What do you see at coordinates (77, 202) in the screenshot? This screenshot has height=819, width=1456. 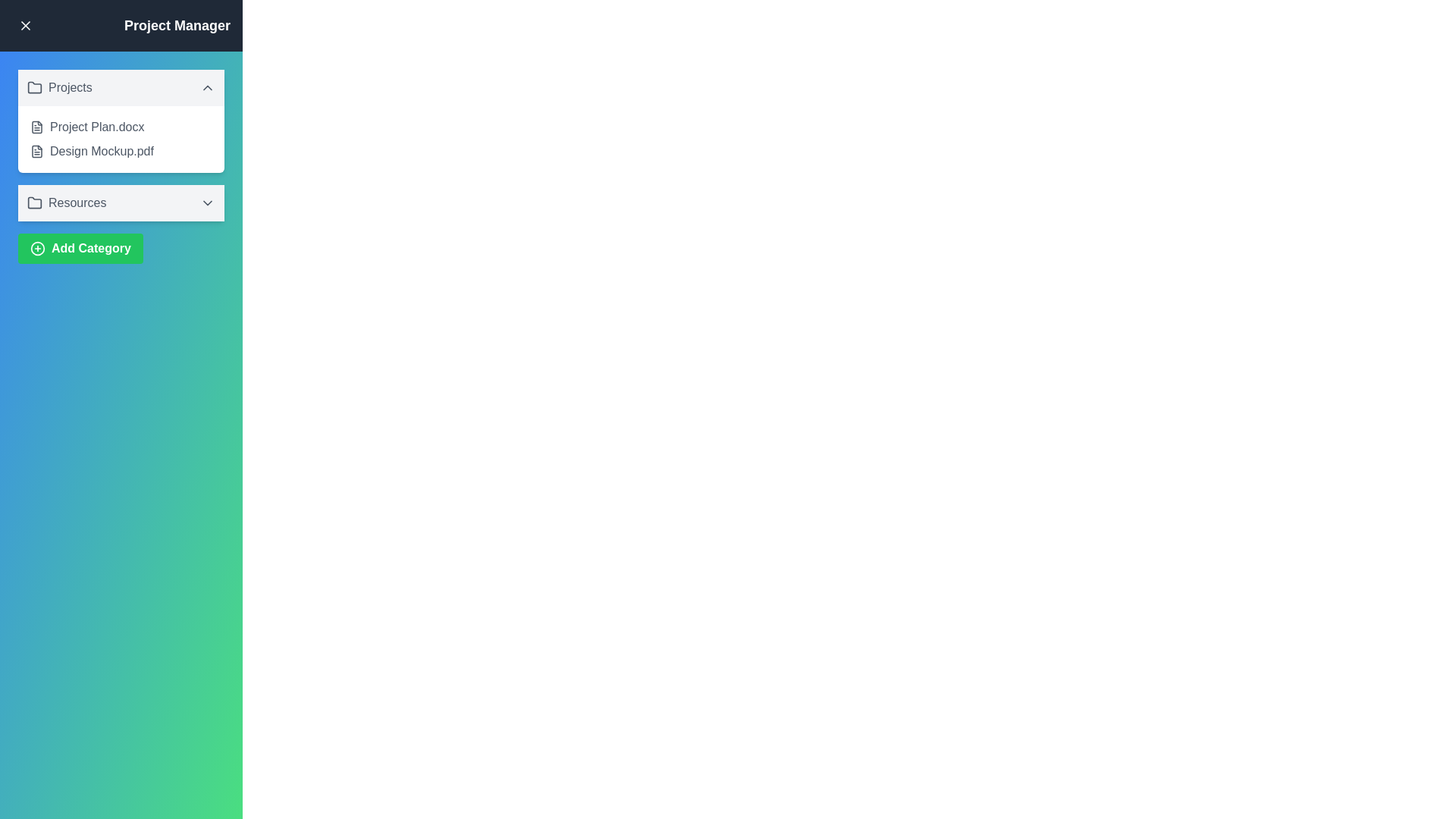 I see `the 'Resources' text label which is part of a collapsible menu in the left sidebar, located below the 'Projects' menu item` at bounding box center [77, 202].